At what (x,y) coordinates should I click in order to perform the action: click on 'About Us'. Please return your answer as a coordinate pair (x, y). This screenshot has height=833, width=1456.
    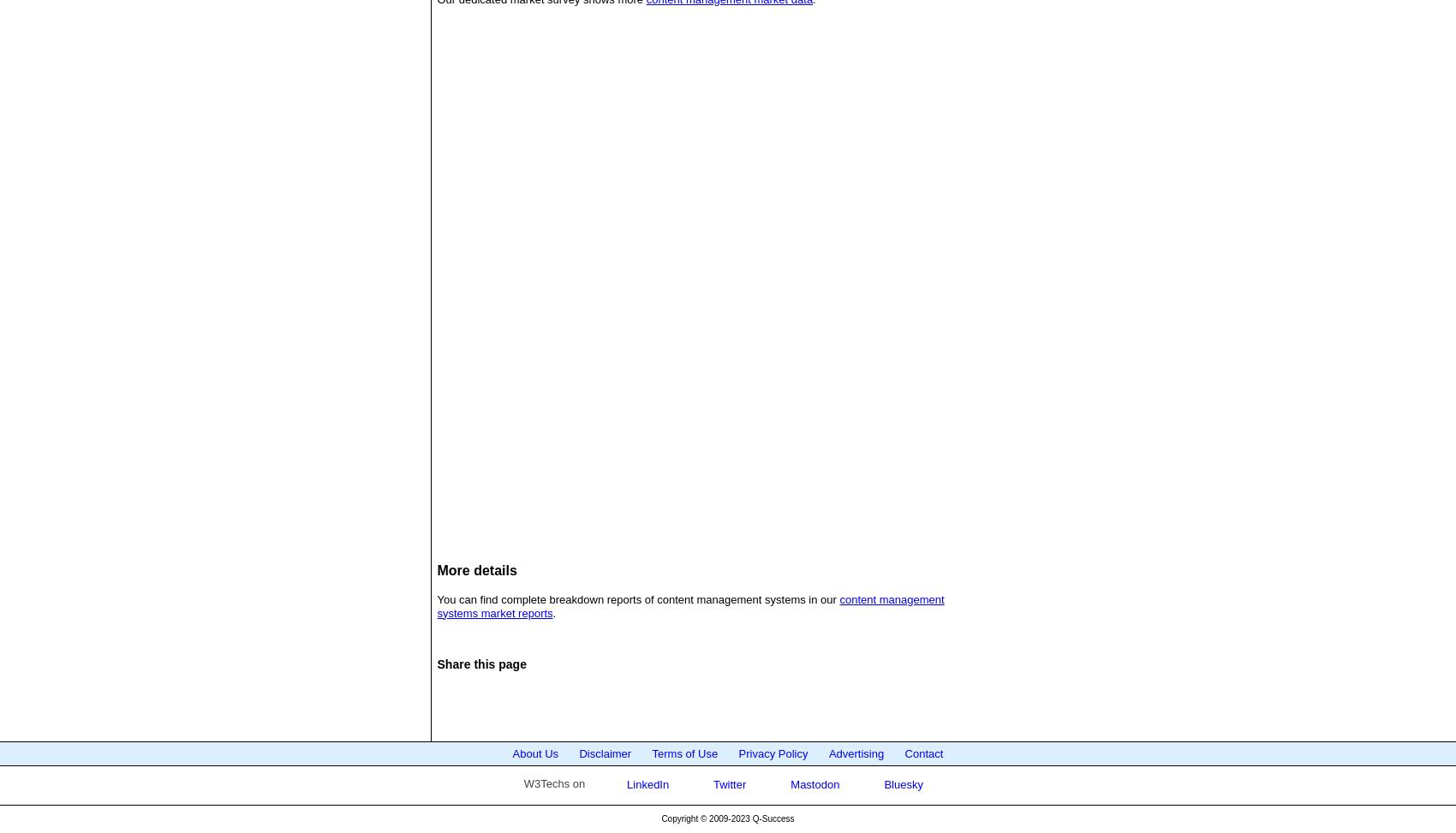
    Looking at the image, I should click on (534, 753).